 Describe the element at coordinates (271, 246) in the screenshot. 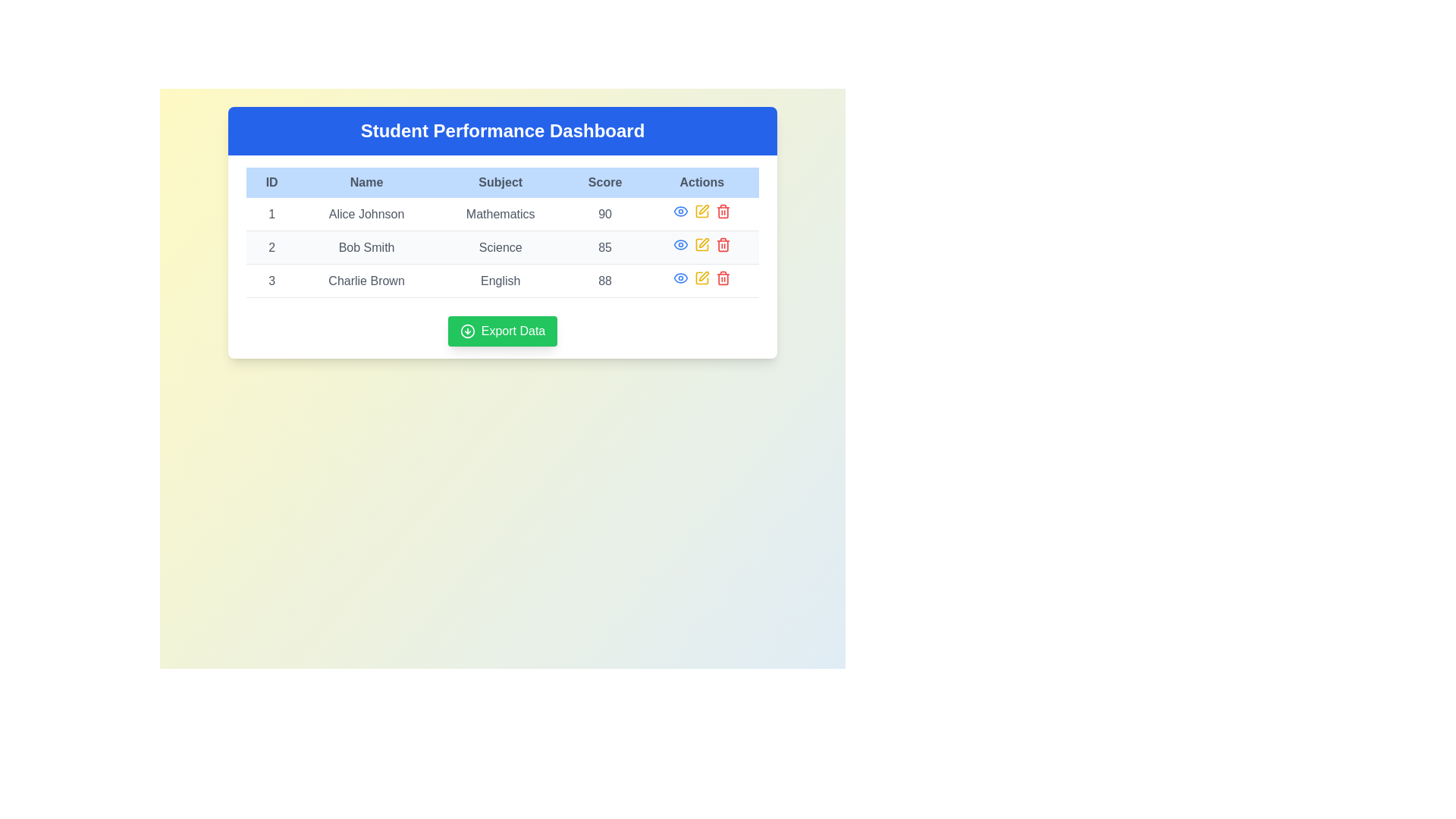

I see `the text field displaying the number '2' in bold, located in the second row, first column of the student performance table` at that location.